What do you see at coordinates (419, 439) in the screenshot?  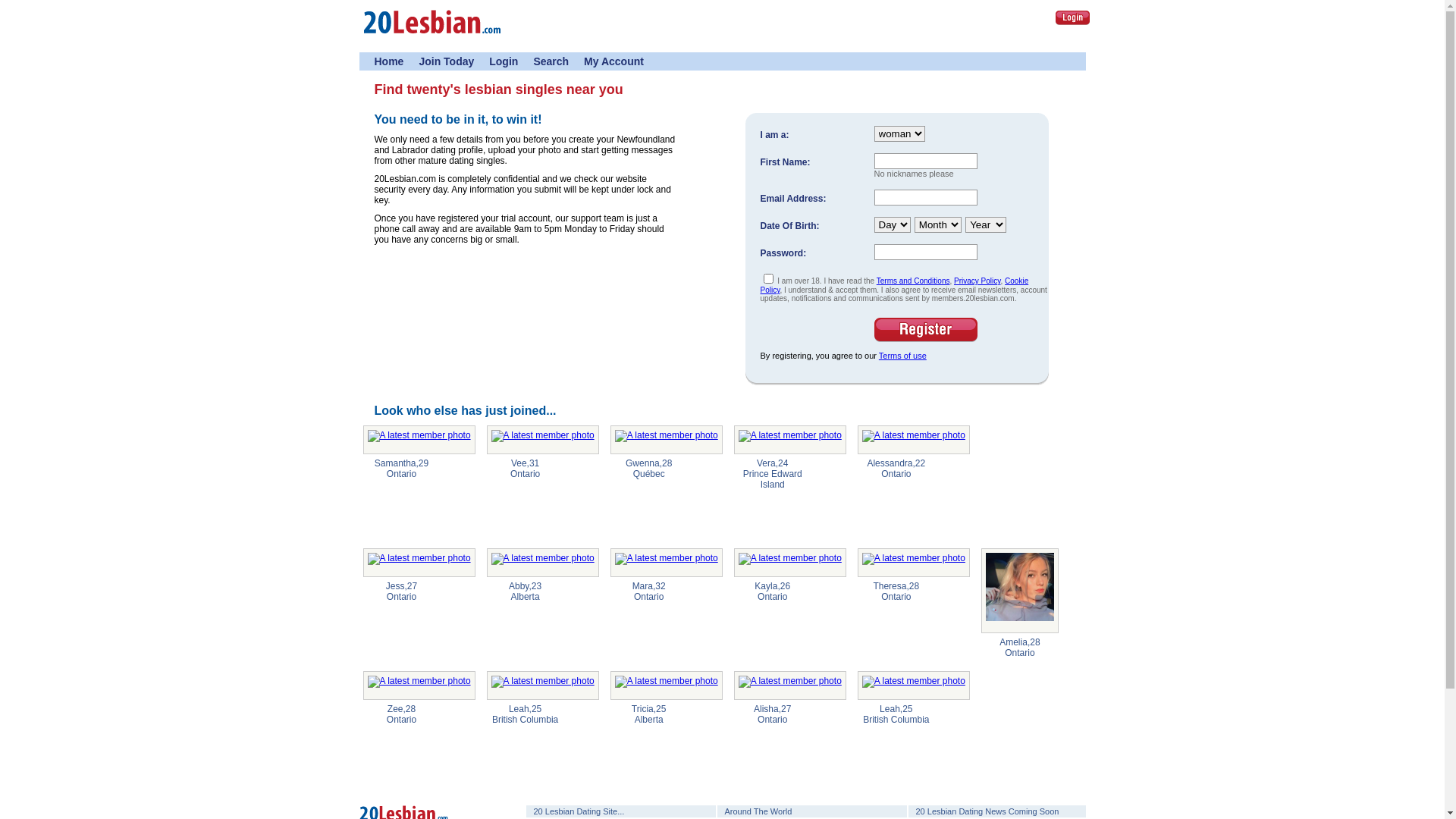 I see `'Samantha, 29 from Hamilton, Ontario'` at bounding box center [419, 439].